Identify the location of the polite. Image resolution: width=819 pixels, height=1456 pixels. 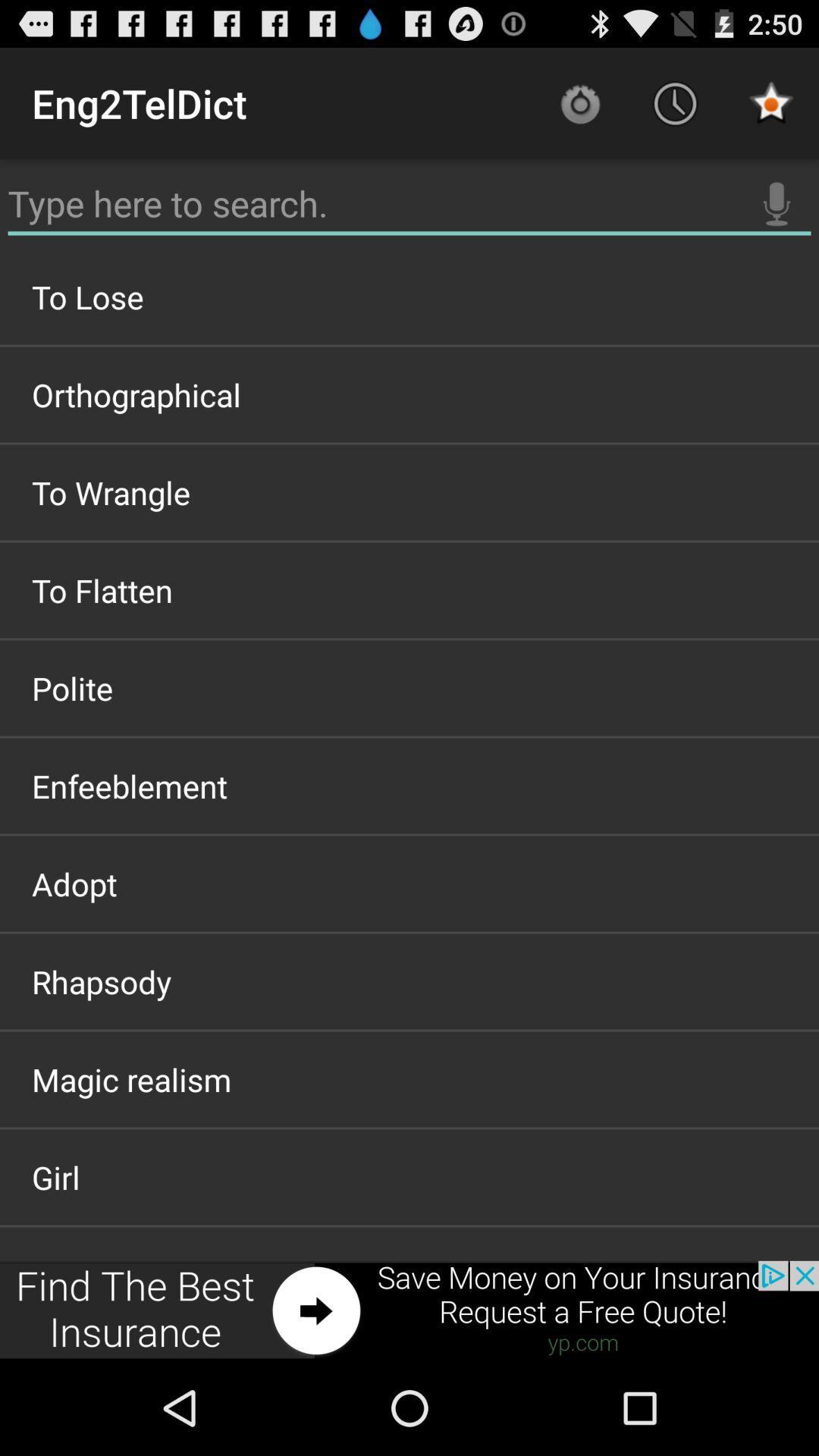
(409, 687).